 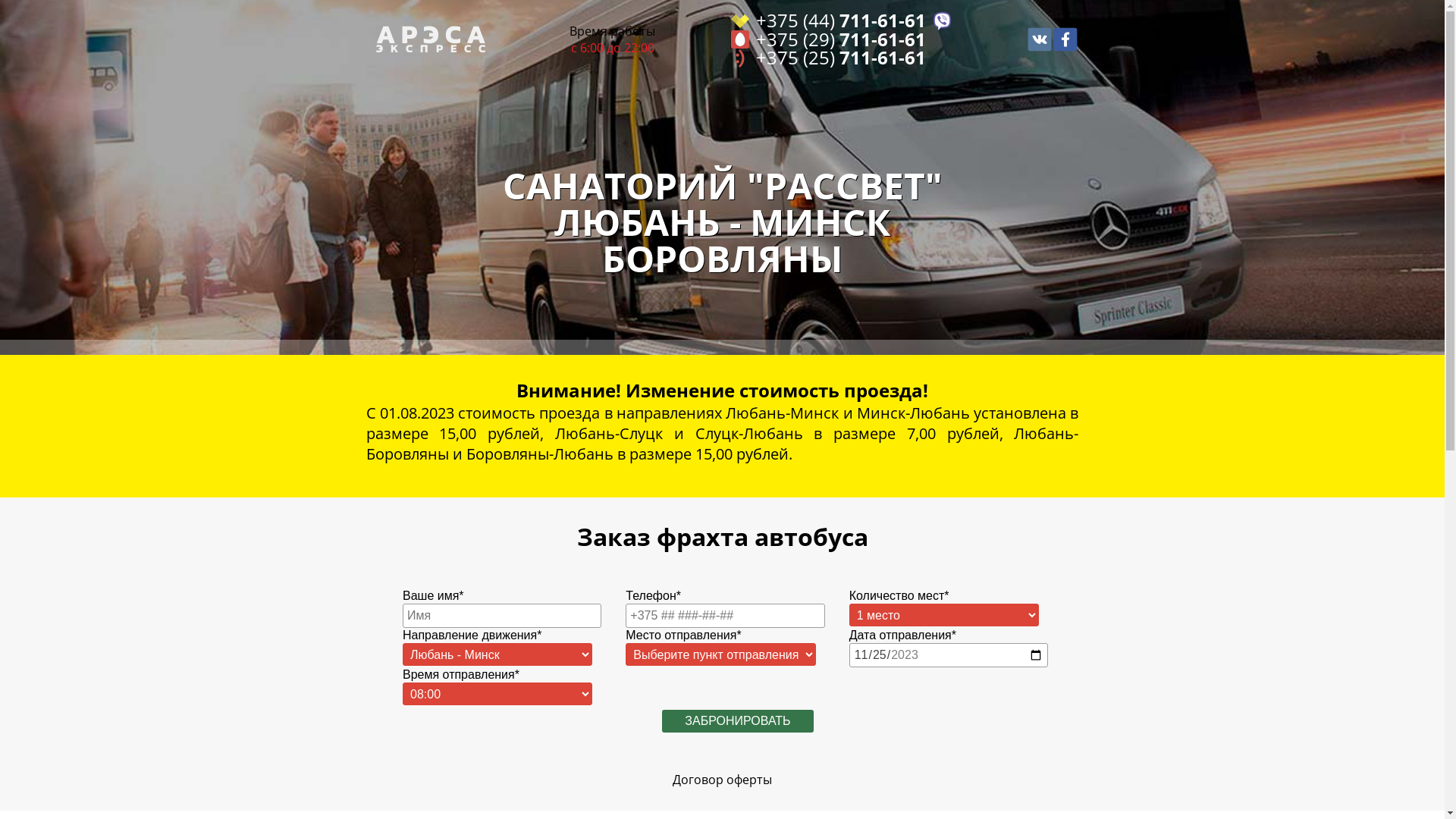 I want to click on '+375 (29) 711-61-61', so click(x=840, y=39).